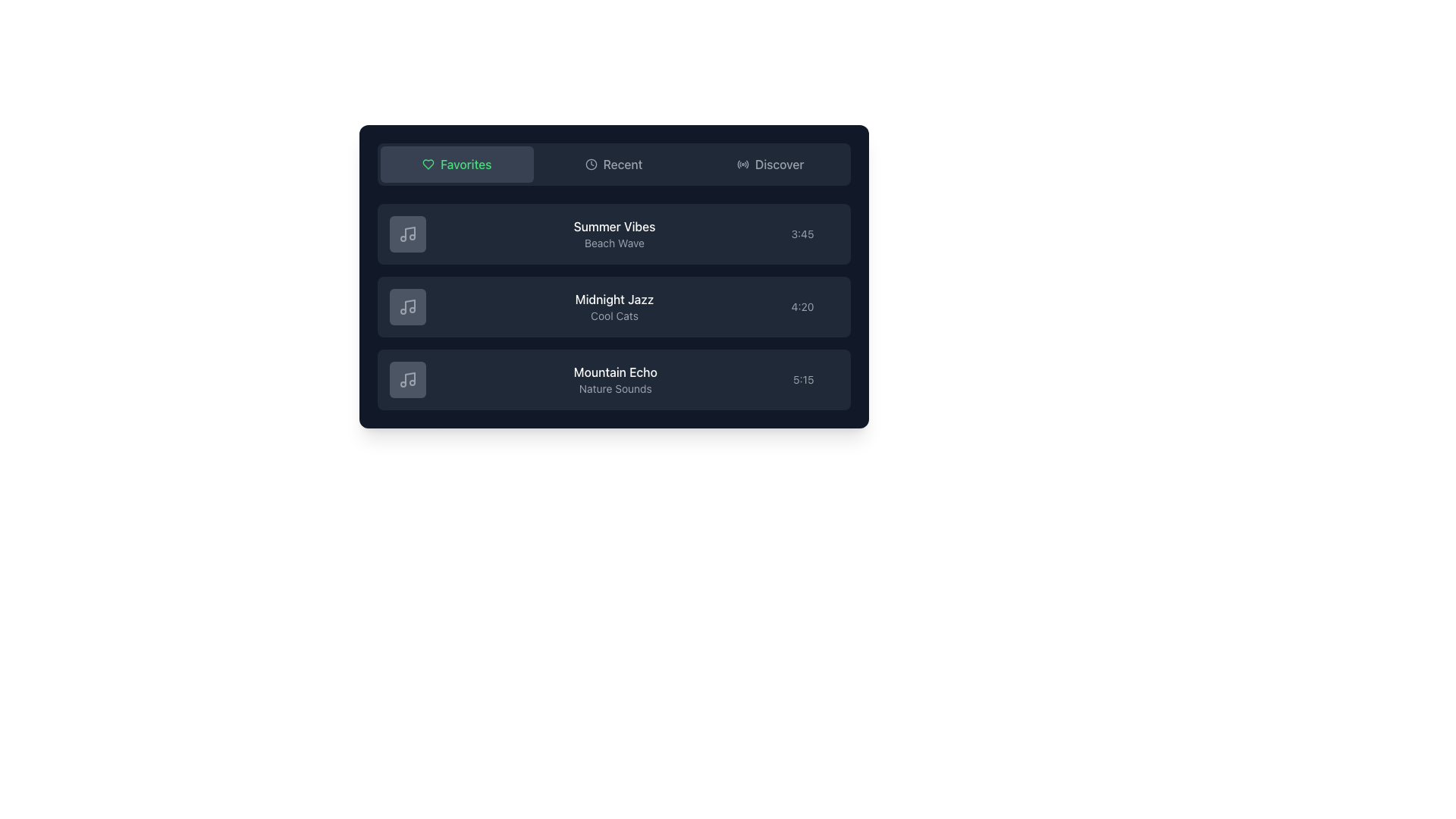  Describe the element at coordinates (802, 307) in the screenshot. I see `the text label displaying '4:20' which is styled minimally and located on the right side of the row containing 'Midnight Jazz' and 'Cool Cats'` at that location.